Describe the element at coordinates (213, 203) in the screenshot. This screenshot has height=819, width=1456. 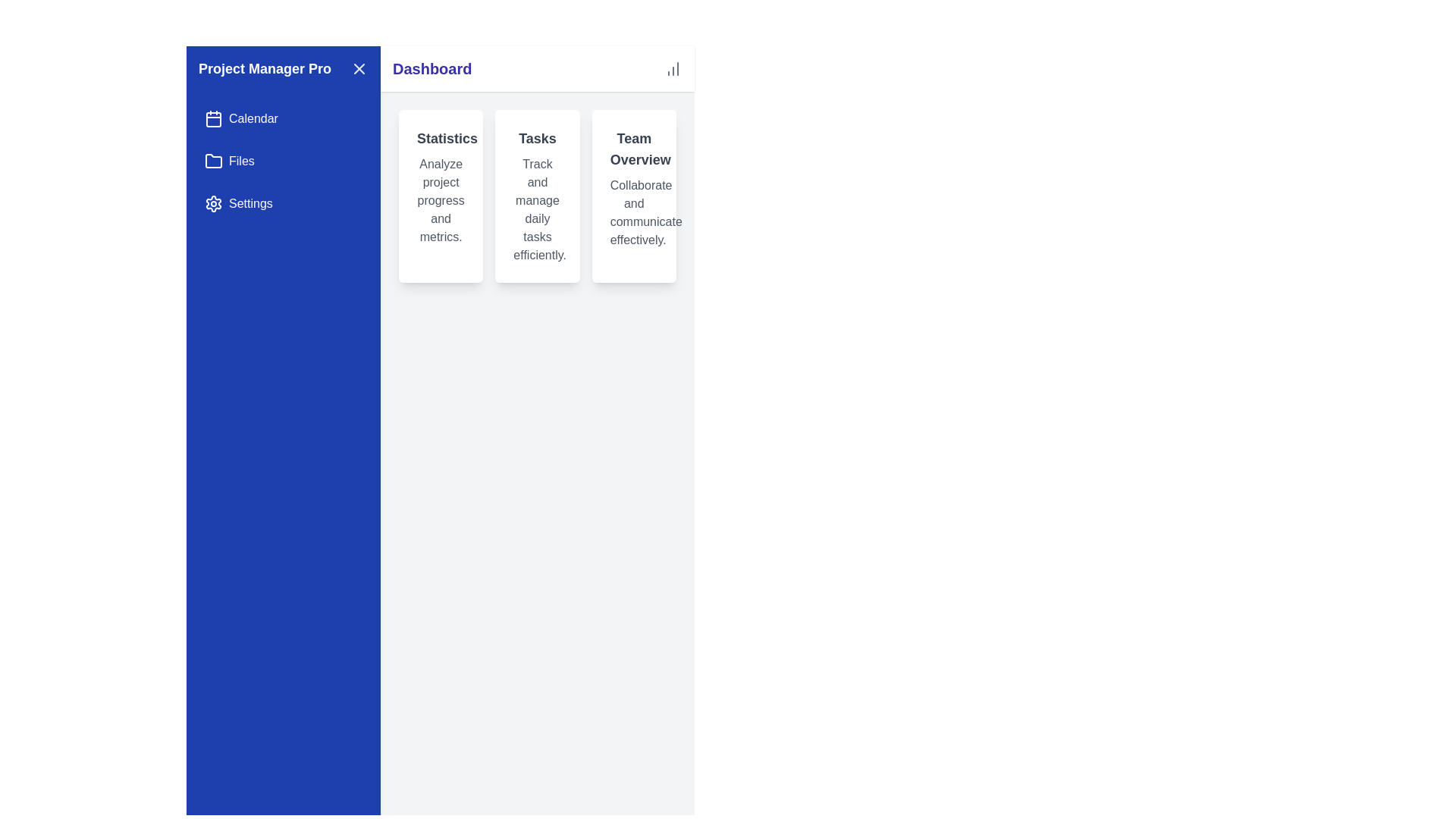
I see `the gear-shaped icon in the vertical navigation menu` at that location.